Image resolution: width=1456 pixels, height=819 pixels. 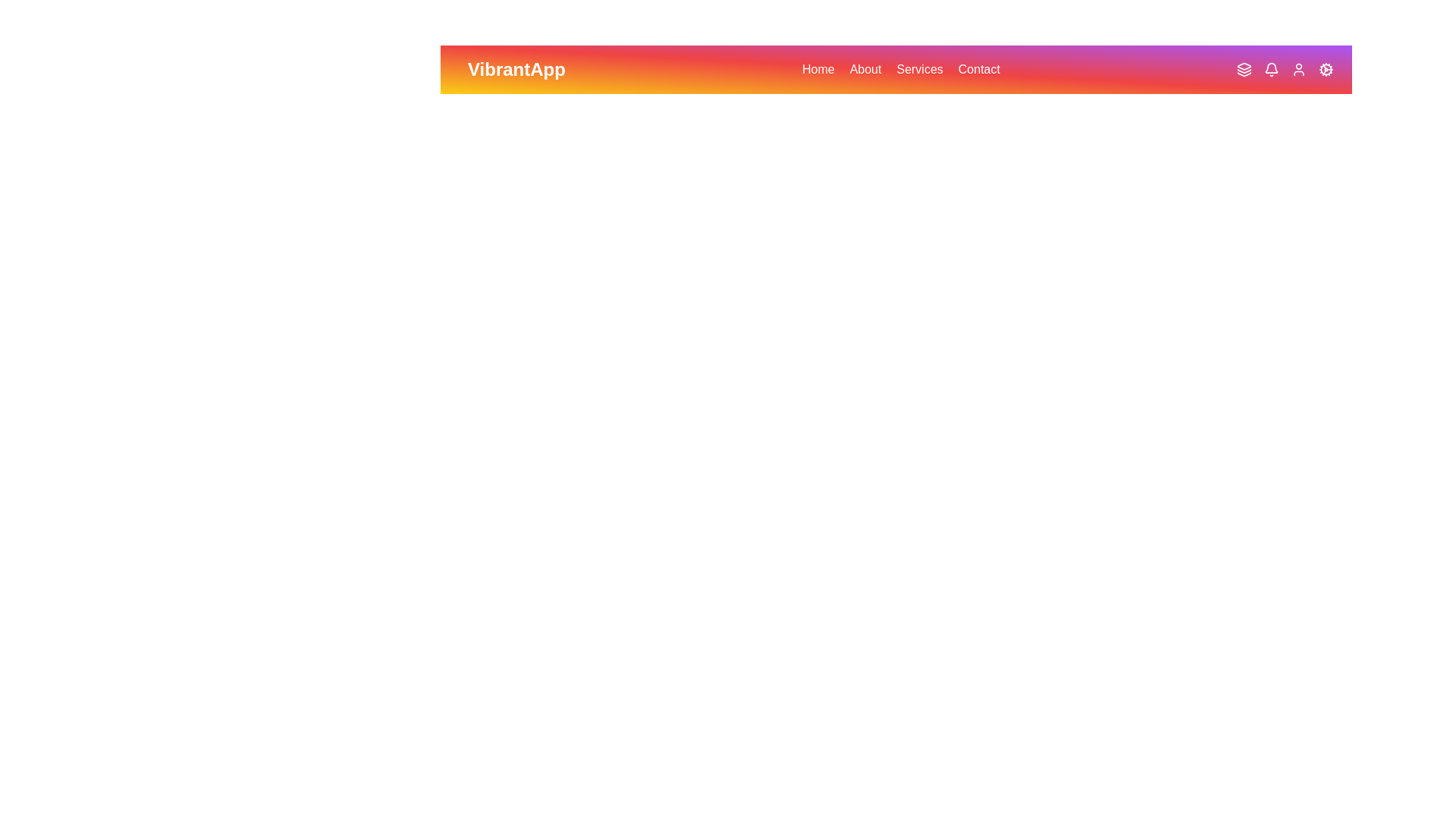 What do you see at coordinates (516, 70) in the screenshot?
I see `the text 'VibrantApp' to select it` at bounding box center [516, 70].